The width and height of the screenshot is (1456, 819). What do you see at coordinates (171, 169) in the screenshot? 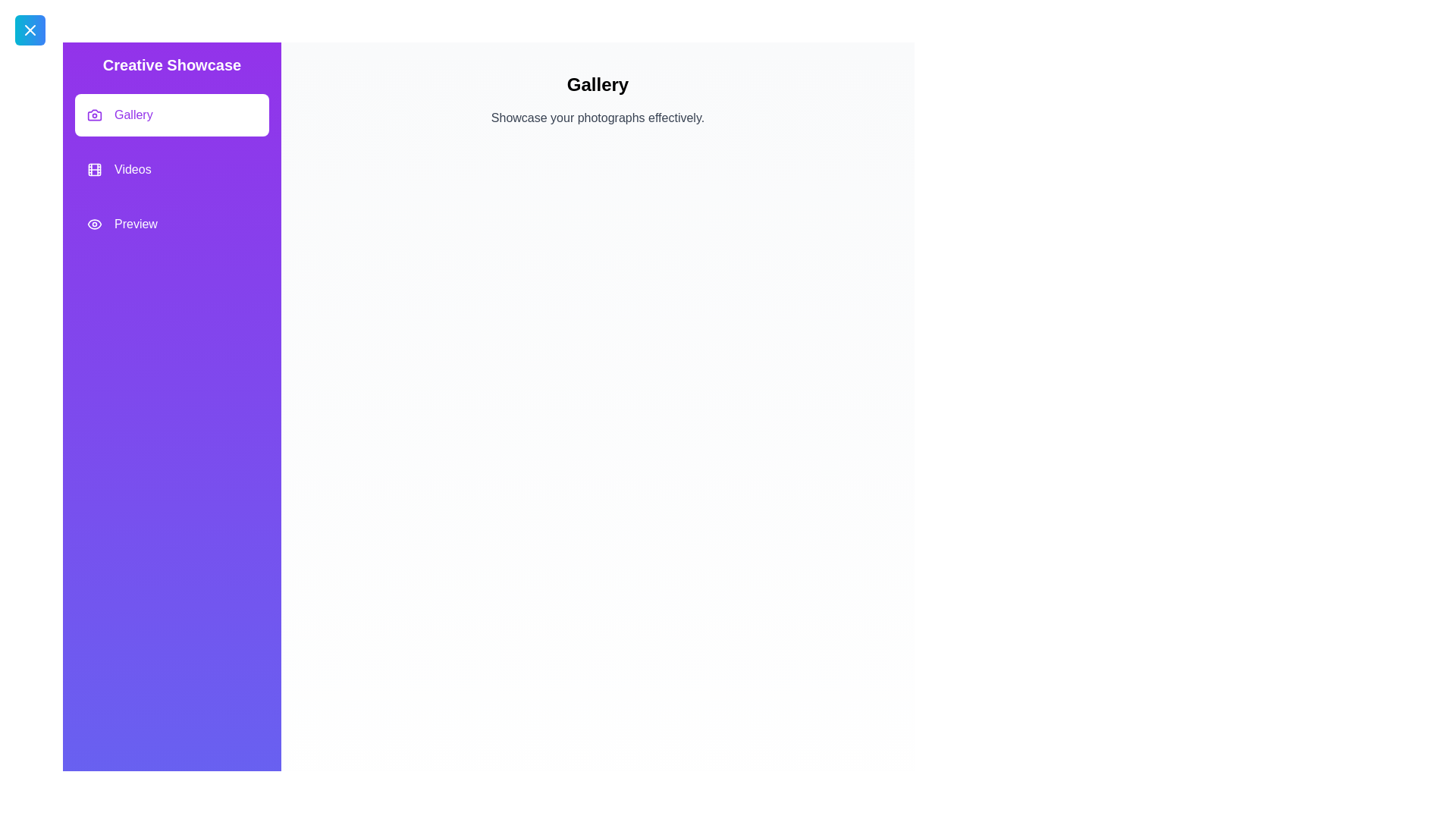
I see `the feature Videos from the feature list` at bounding box center [171, 169].